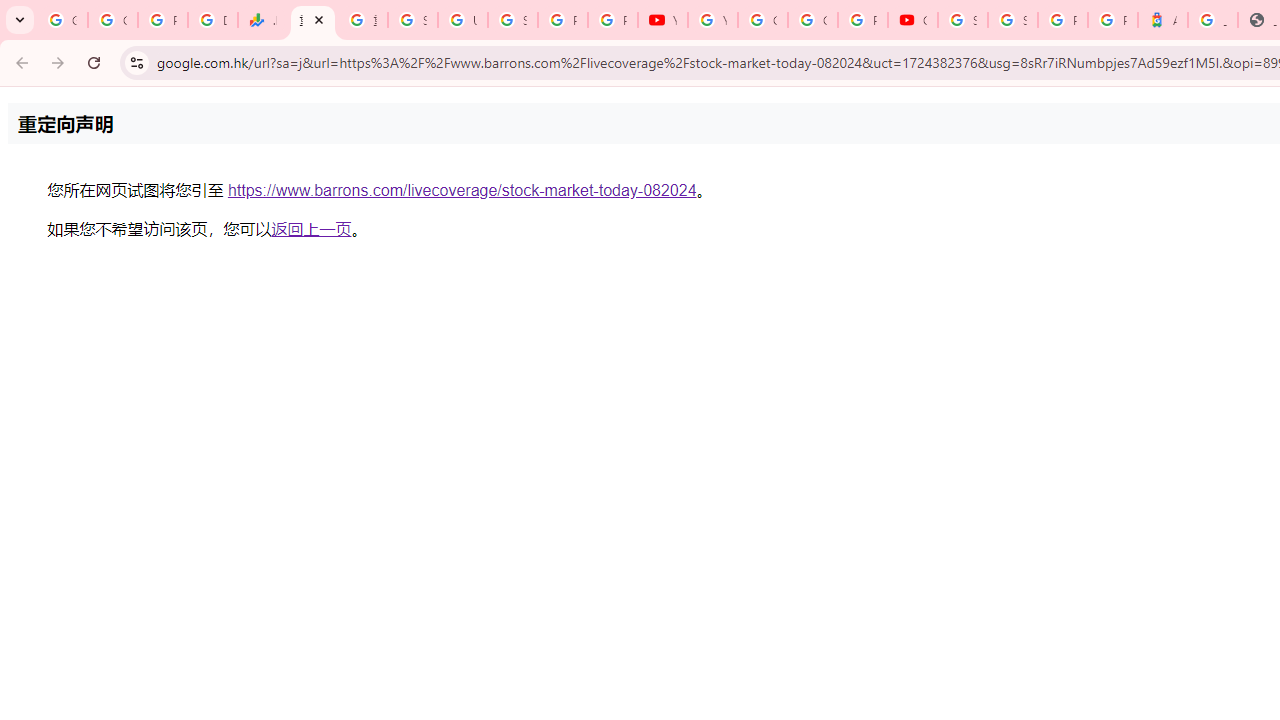 The width and height of the screenshot is (1280, 720). What do you see at coordinates (1162, 20) in the screenshot?
I see `'Atour Hotel - Google hotels'` at bounding box center [1162, 20].